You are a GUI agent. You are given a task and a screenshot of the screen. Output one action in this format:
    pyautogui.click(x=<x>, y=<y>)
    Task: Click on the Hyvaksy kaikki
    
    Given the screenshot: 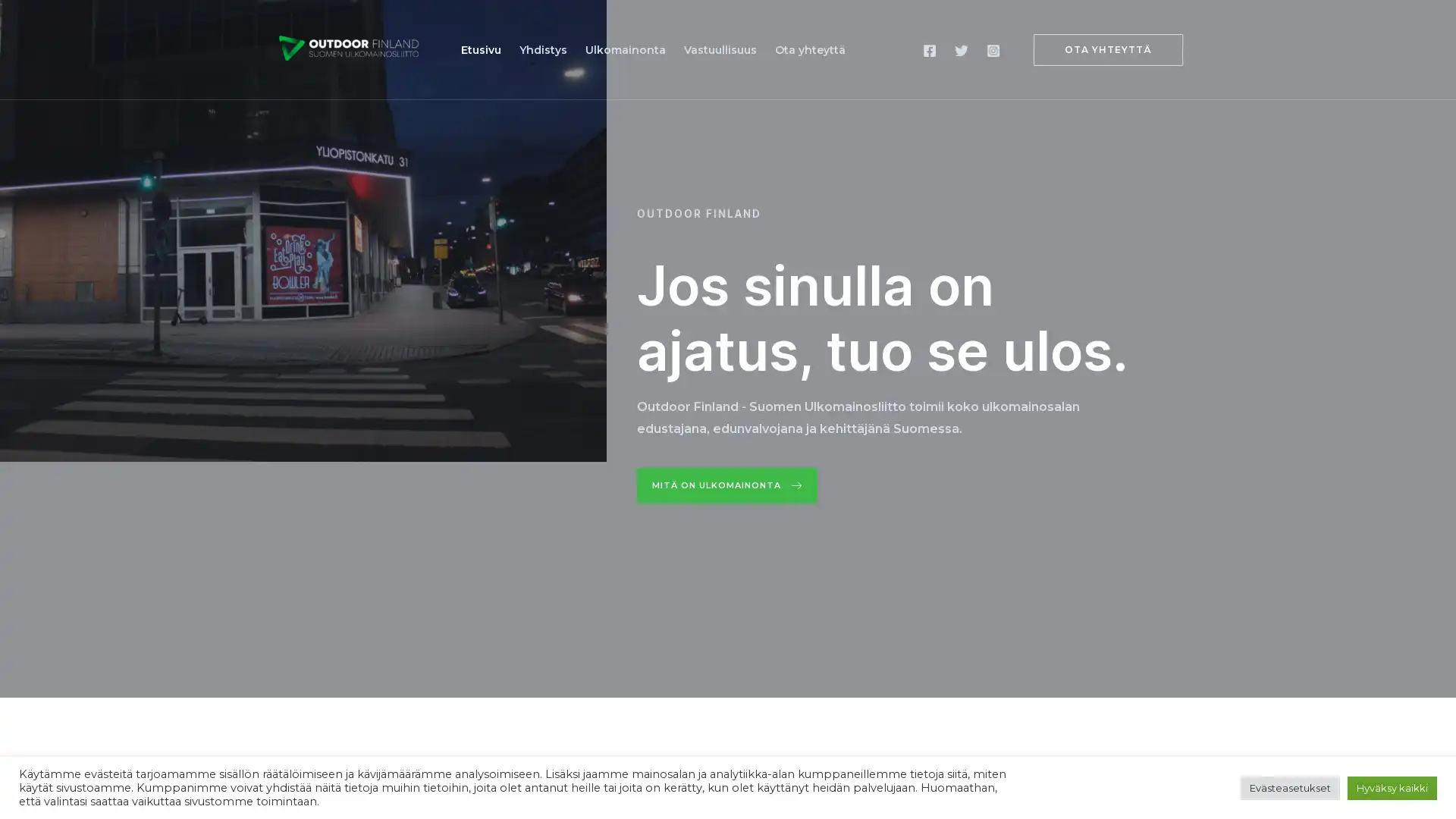 What is the action you would take?
    pyautogui.click(x=1392, y=786)
    